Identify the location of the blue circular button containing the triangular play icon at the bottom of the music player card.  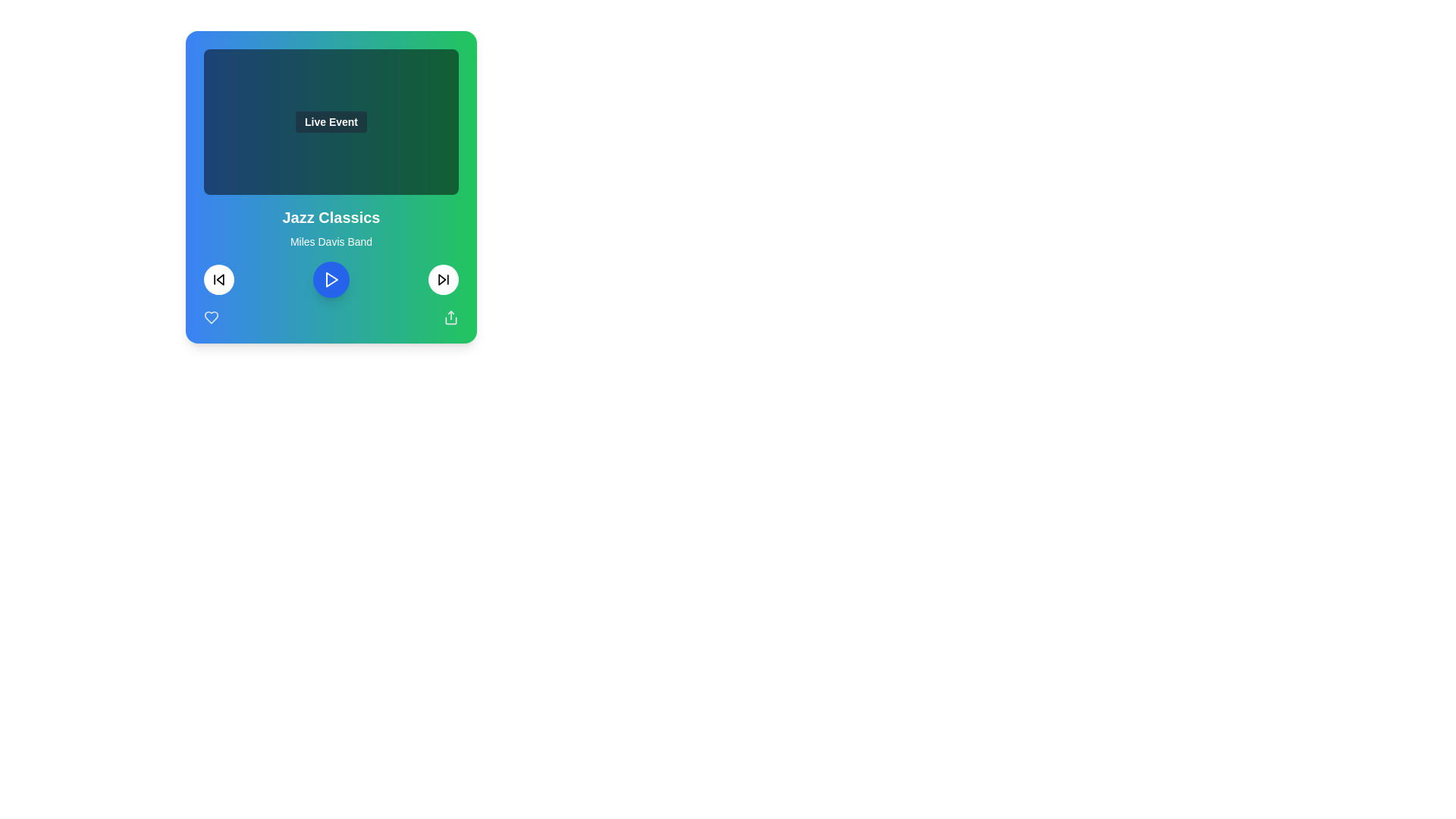
(330, 280).